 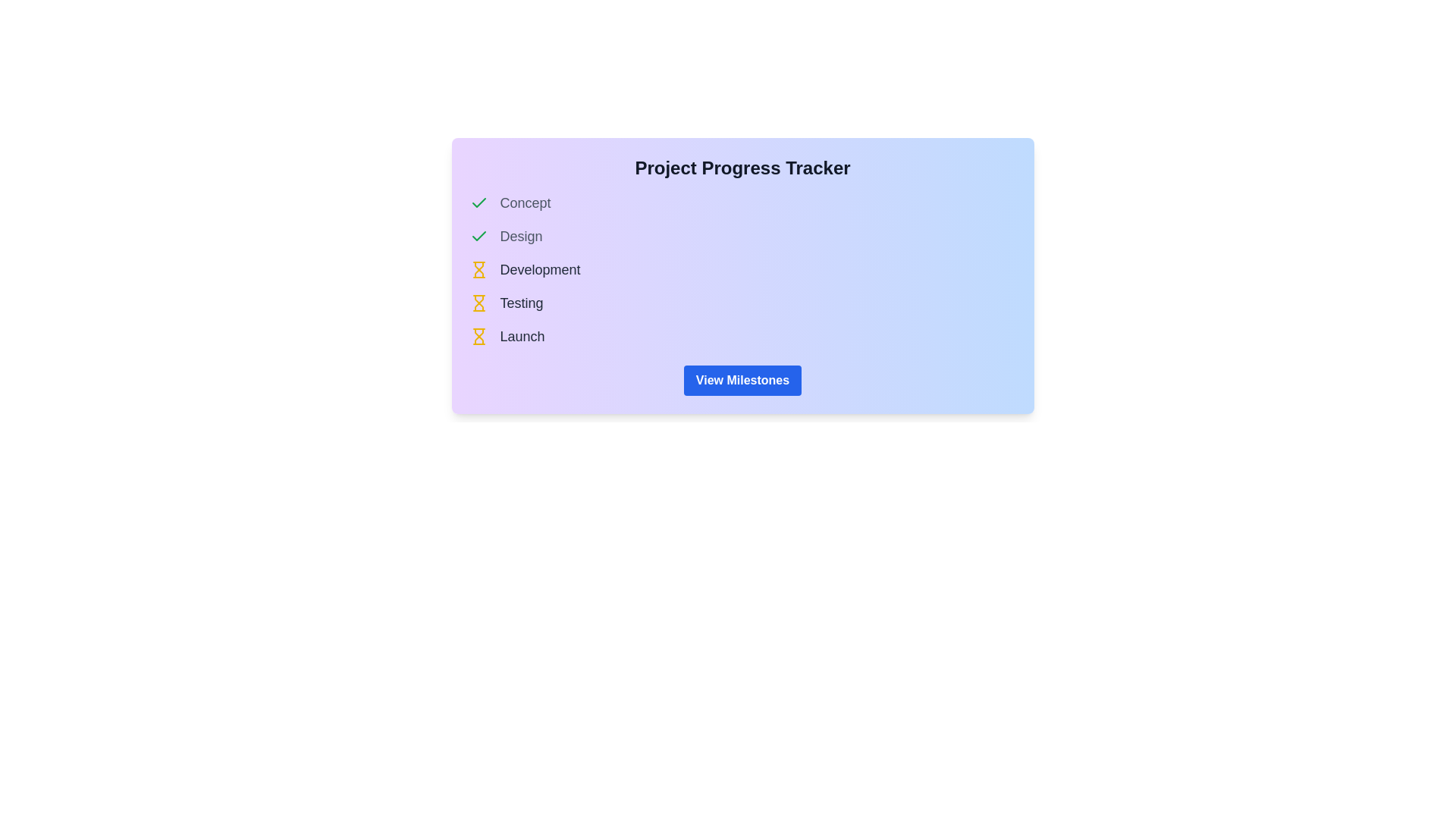 What do you see at coordinates (522, 335) in the screenshot?
I see `the text label displaying 'Launch' in a medium-sized, gray-colored font, which is bold and positioned at the end of the vertical list under 'Project Progress Tracker.'` at bounding box center [522, 335].